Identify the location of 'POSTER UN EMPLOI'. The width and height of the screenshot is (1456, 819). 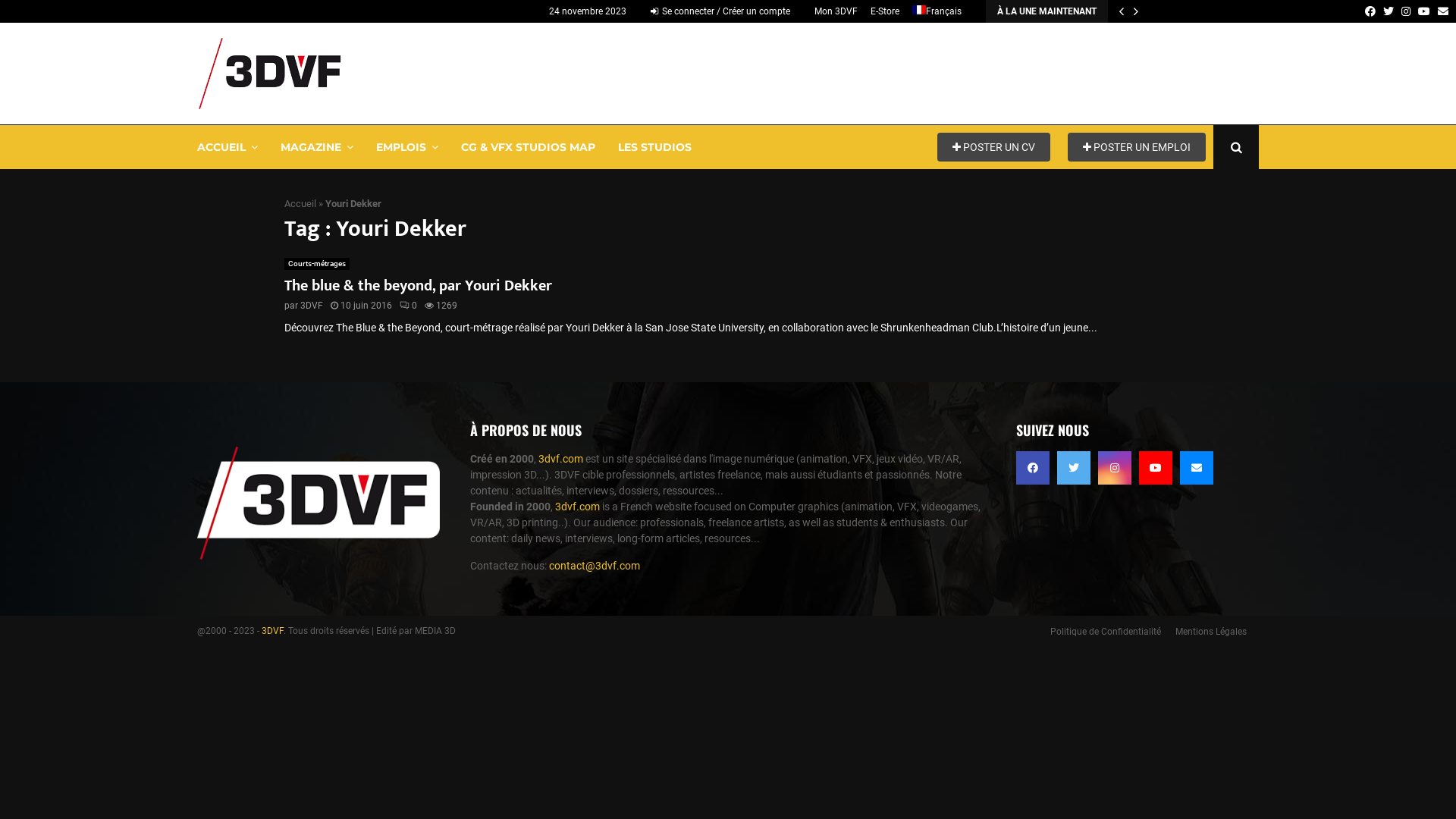
(1066, 146).